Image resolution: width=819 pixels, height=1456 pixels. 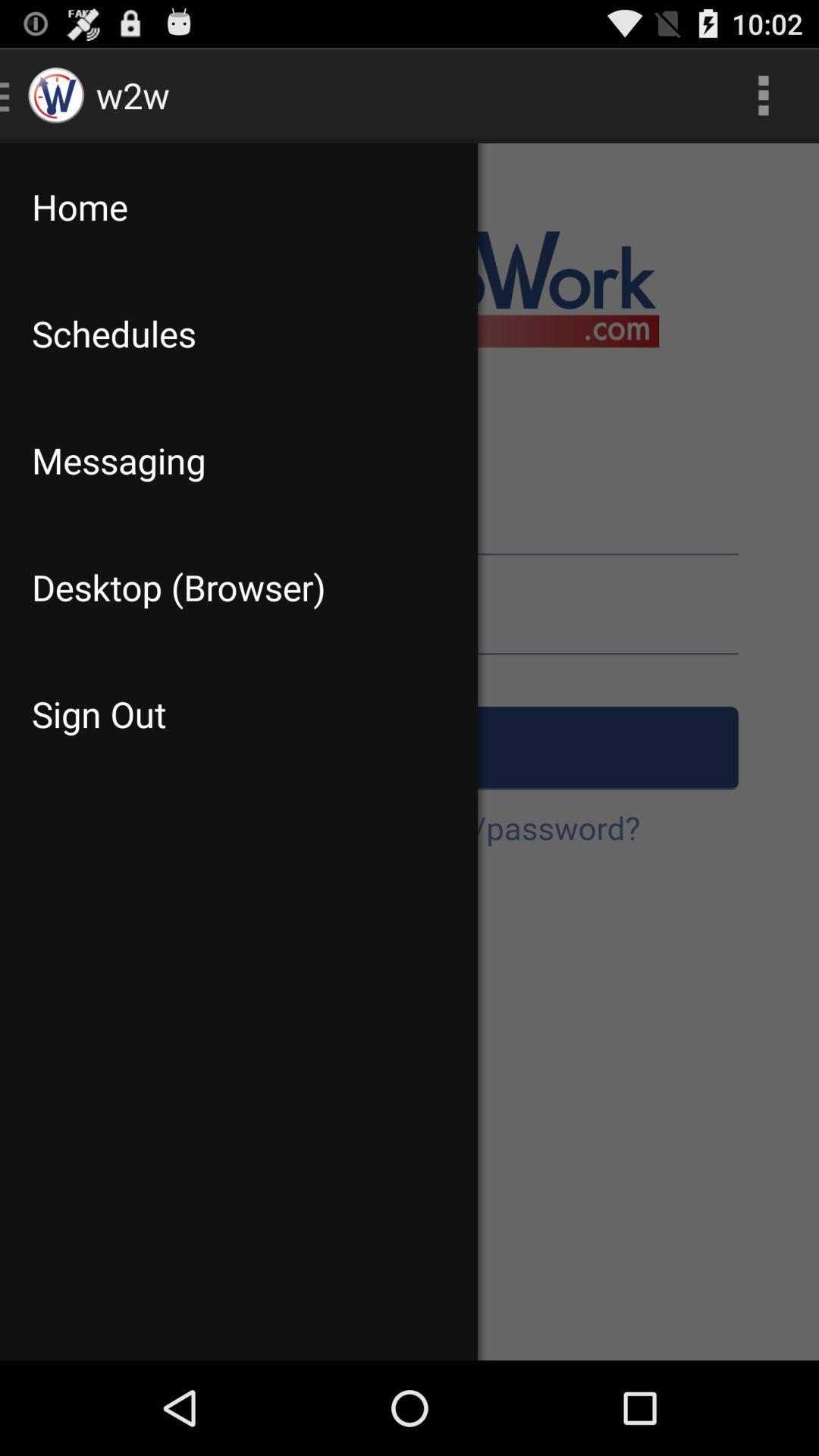 What do you see at coordinates (239, 460) in the screenshot?
I see `the messaging icon` at bounding box center [239, 460].